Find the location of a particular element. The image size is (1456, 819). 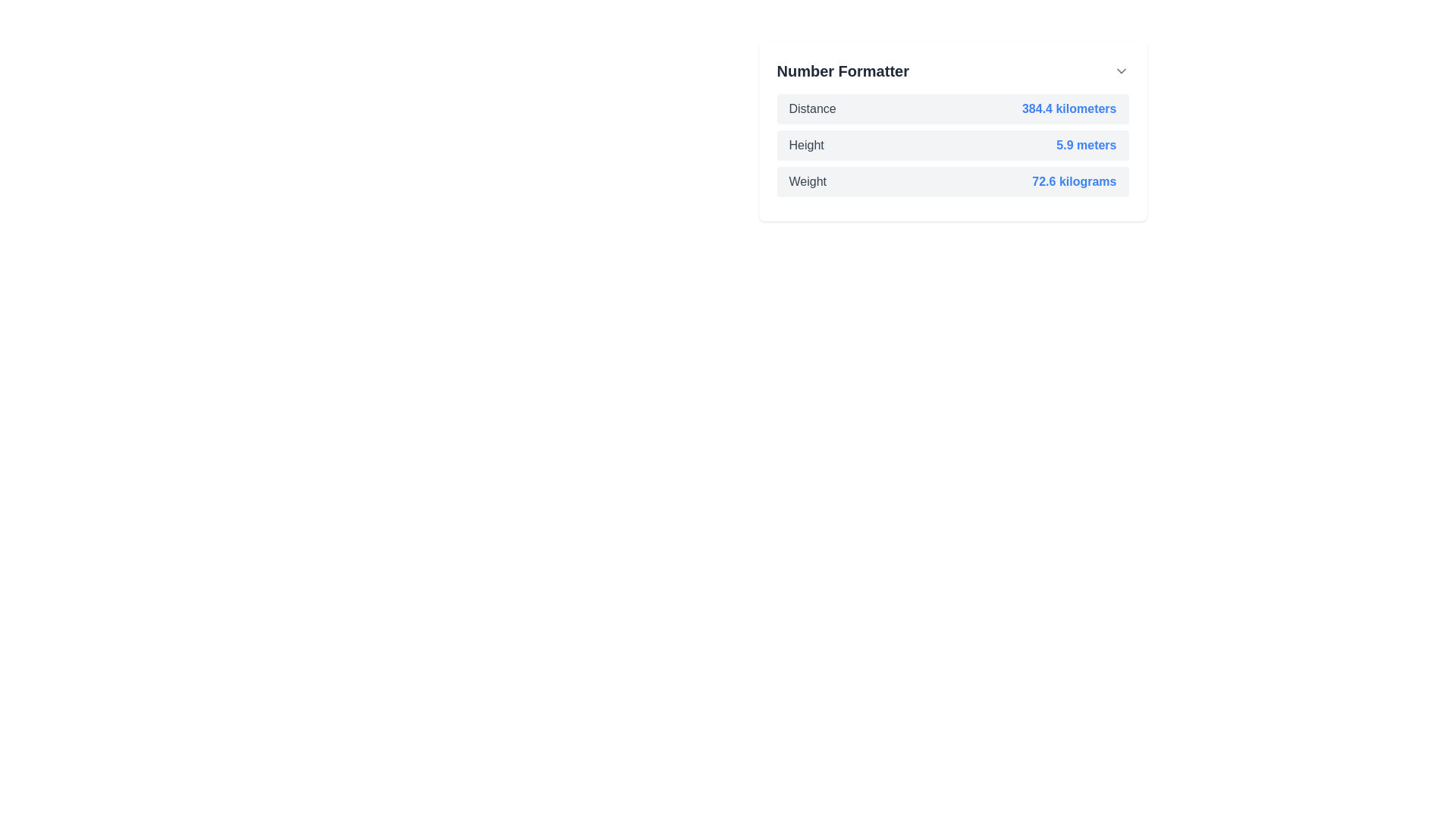

the Text label that serves as a contextual label for the distance value '384.4 kilometers' in the 'Number Formatter' section is located at coordinates (811, 108).